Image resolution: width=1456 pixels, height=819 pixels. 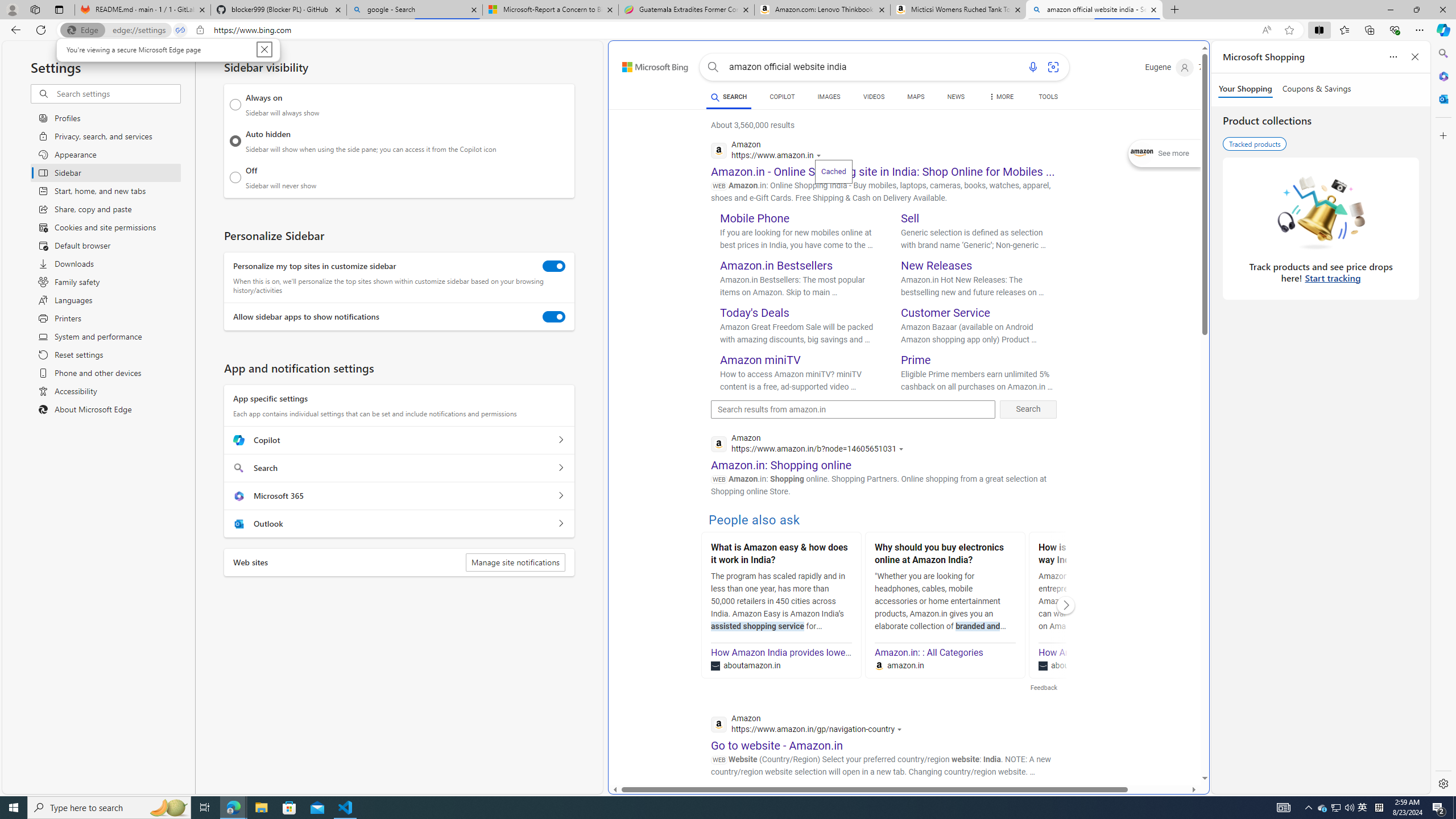 What do you see at coordinates (955, 98) in the screenshot?
I see `'NEWS'` at bounding box center [955, 98].